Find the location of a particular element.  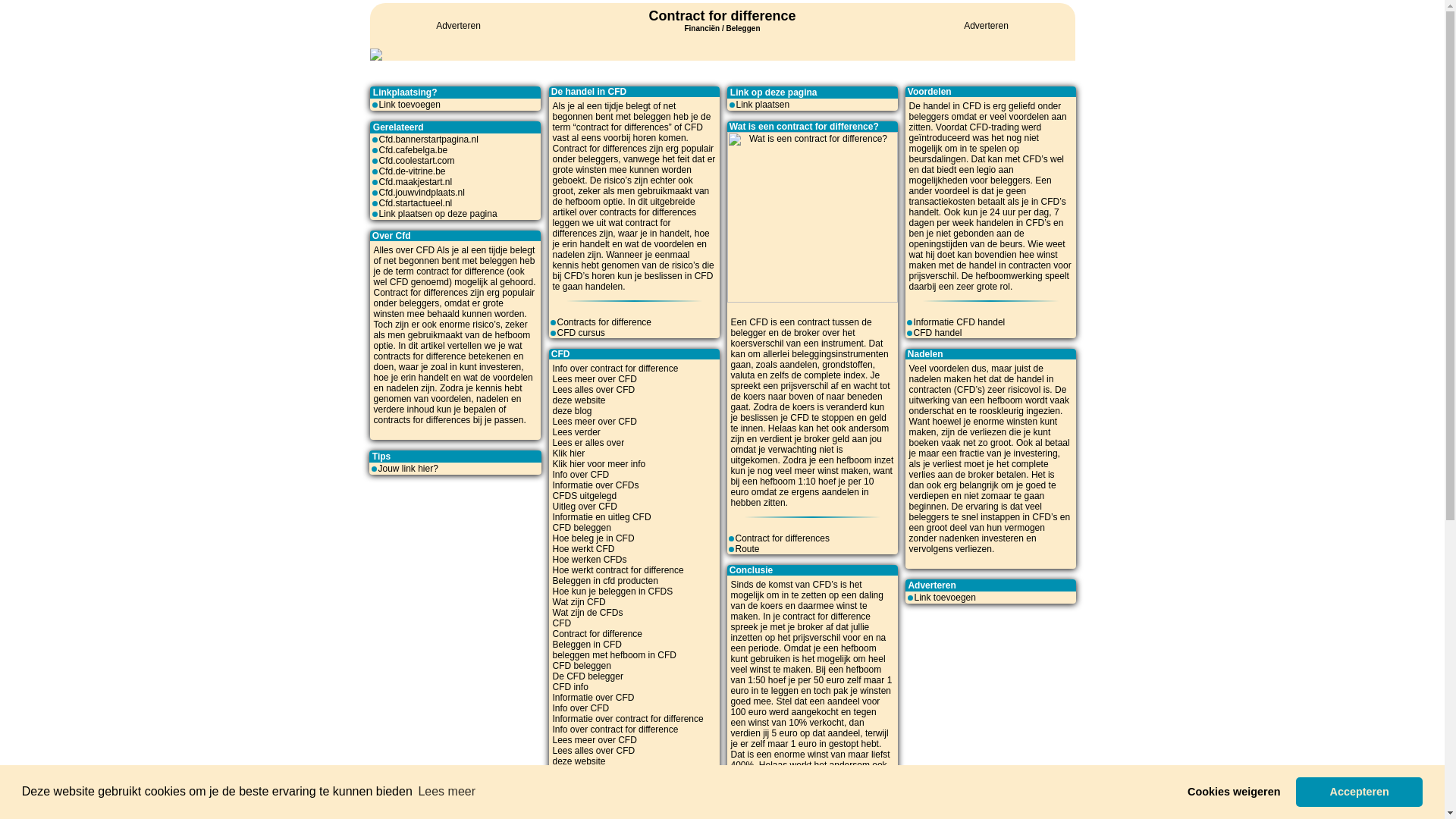

'CFD beleggen' is located at coordinates (551, 526).